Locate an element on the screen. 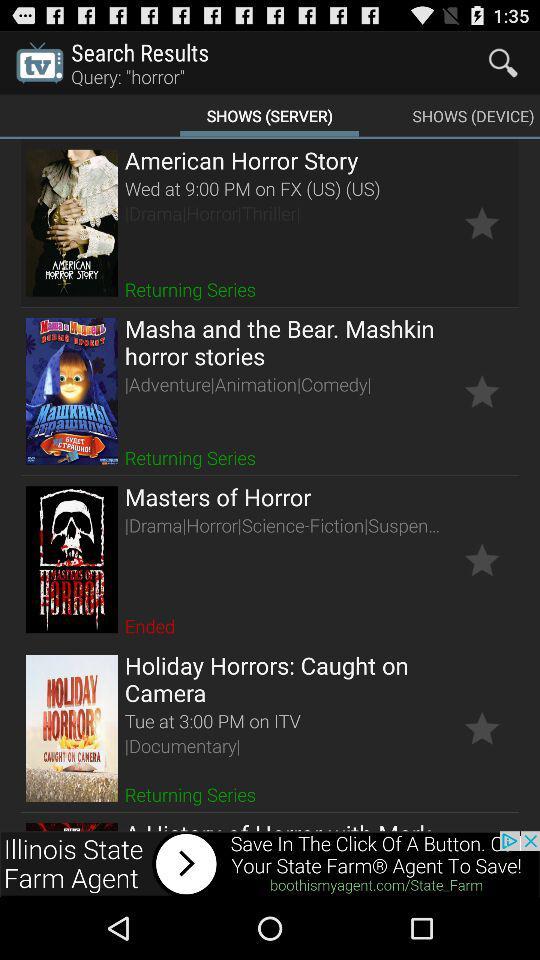 Image resolution: width=540 pixels, height=960 pixels. mark as favorite is located at coordinates (481, 559).